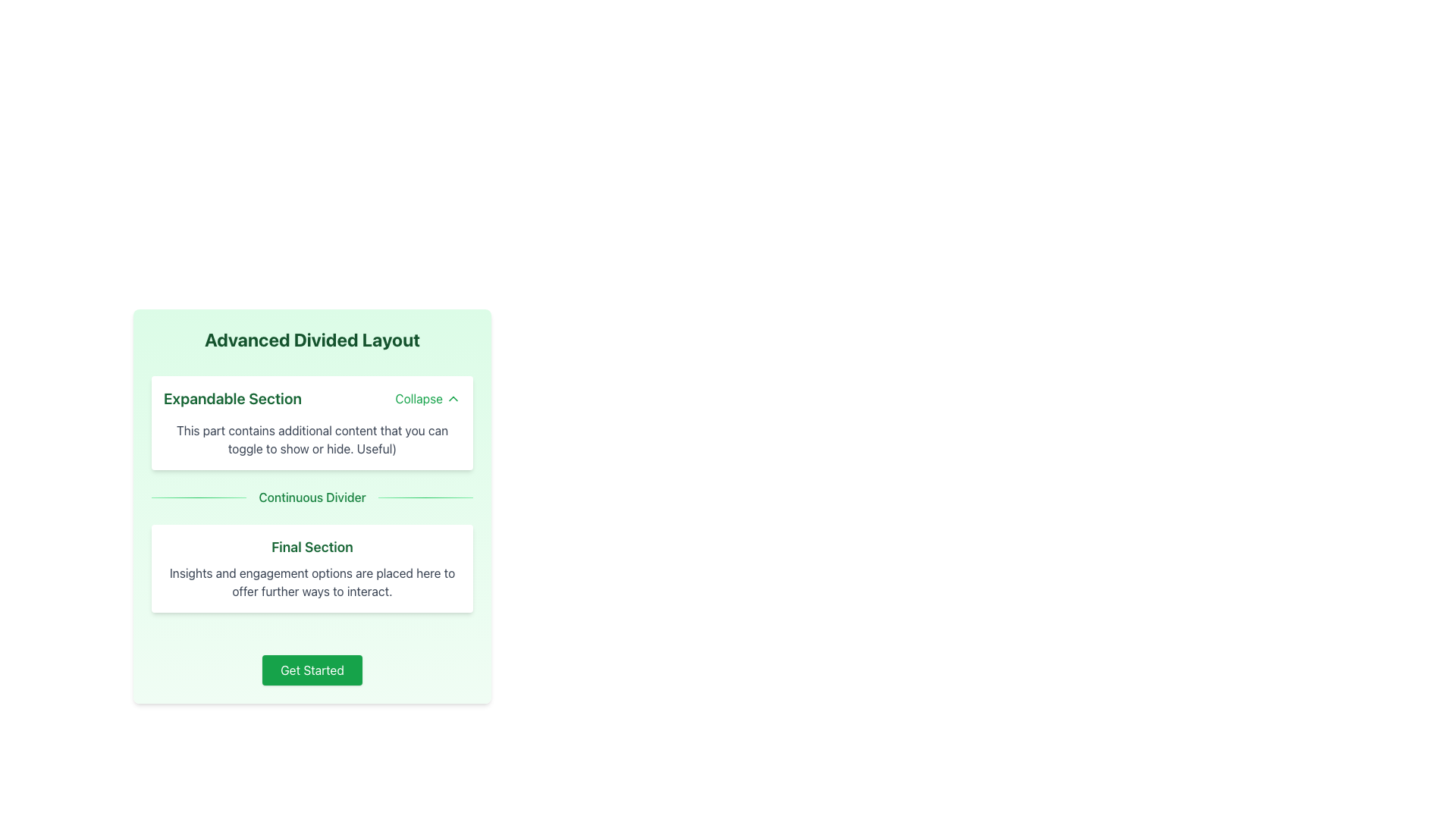 The width and height of the screenshot is (1456, 819). Describe the element at coordinates (312, 338) in the screenshot. I see `text of the Text Label, which serves as the title or heading of the card layout, positioned at the top of the layout and horizontally centered` at that location.